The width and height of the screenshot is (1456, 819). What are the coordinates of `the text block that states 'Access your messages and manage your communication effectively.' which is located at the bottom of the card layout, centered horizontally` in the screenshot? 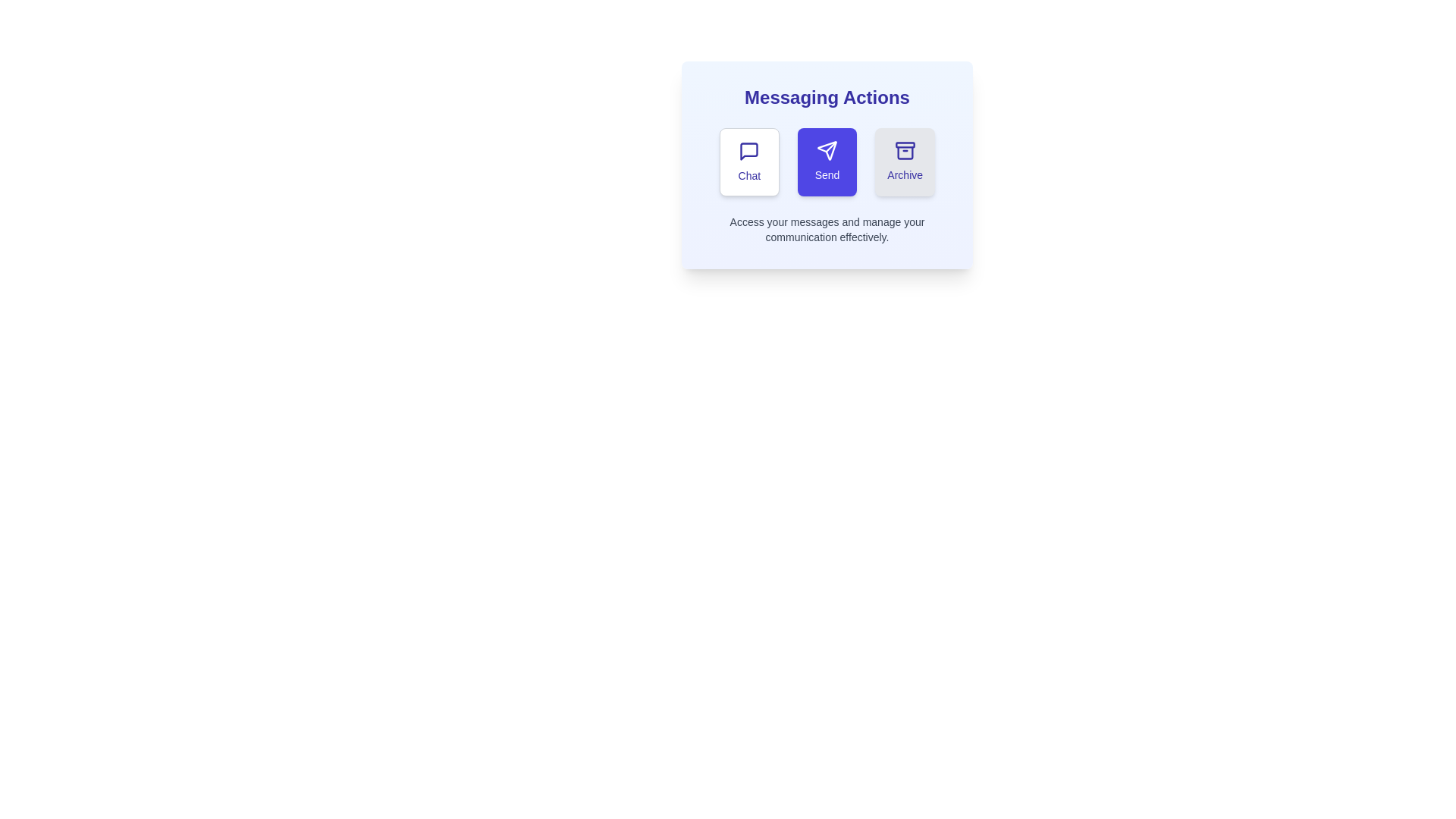 It's located at (826, 230).